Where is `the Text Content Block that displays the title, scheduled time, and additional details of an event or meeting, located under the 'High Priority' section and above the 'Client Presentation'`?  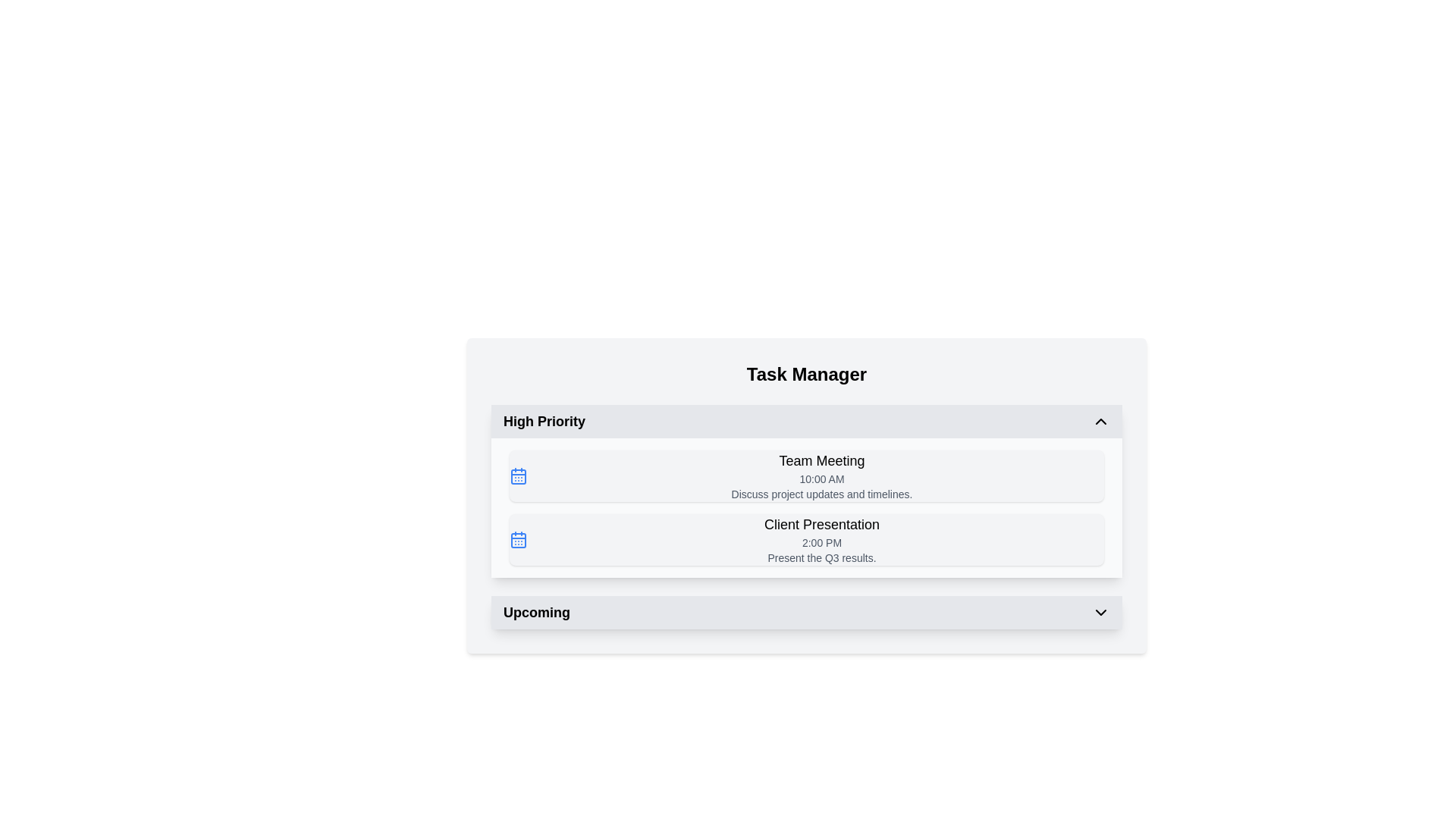
the Text Content Block that displays the title, scheduled time, and additional details of an event or meeting, located under the 'High Priority' section and above the 'Client Presentation' is located at coordinates (821, 475).